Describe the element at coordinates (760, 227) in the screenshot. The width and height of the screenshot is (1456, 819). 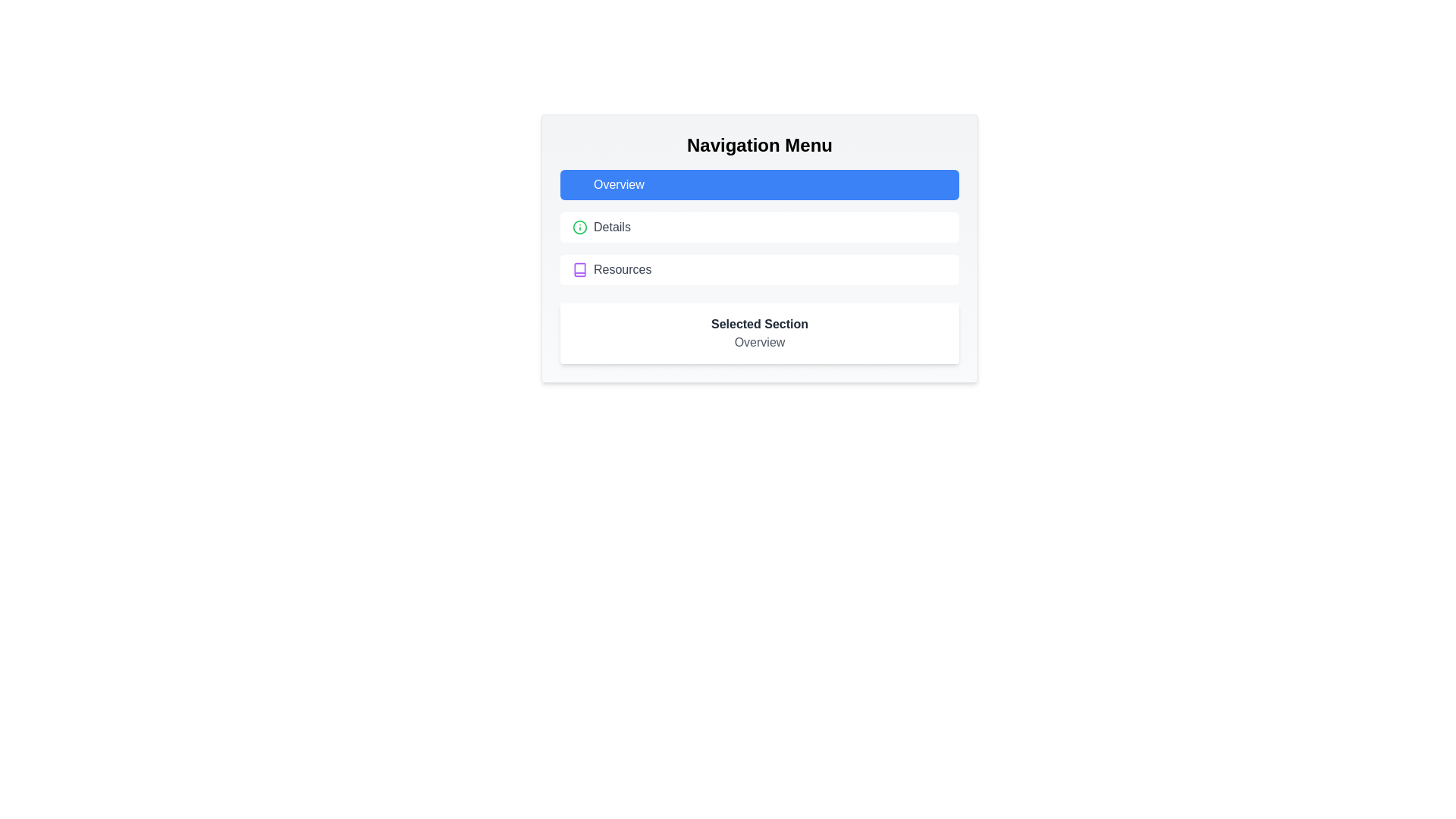
I see `the 'Details' navigation menu item` at that location.